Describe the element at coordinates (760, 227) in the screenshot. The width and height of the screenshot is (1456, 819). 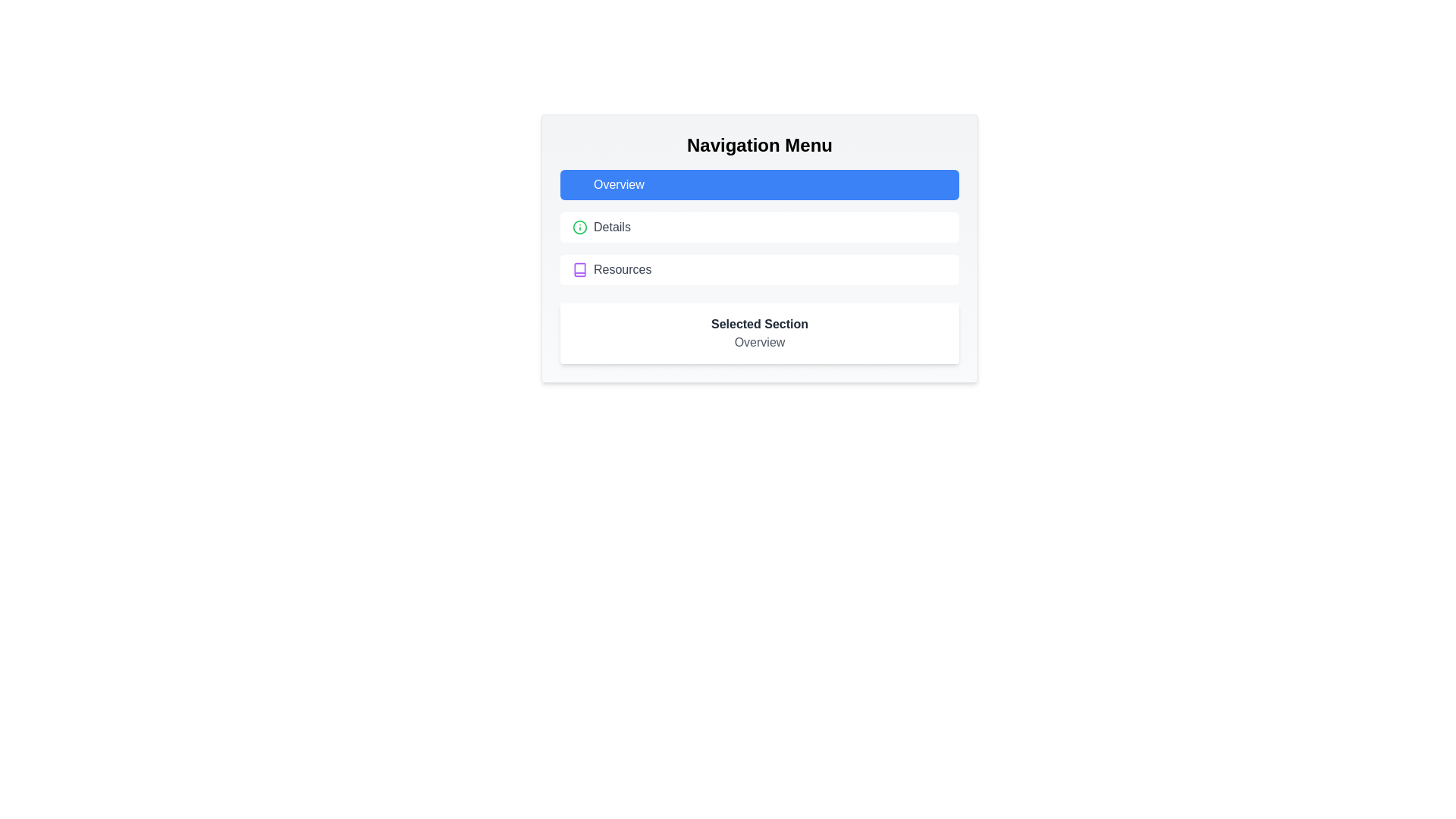
I see `the 'Details' navigation menu item` at that location.